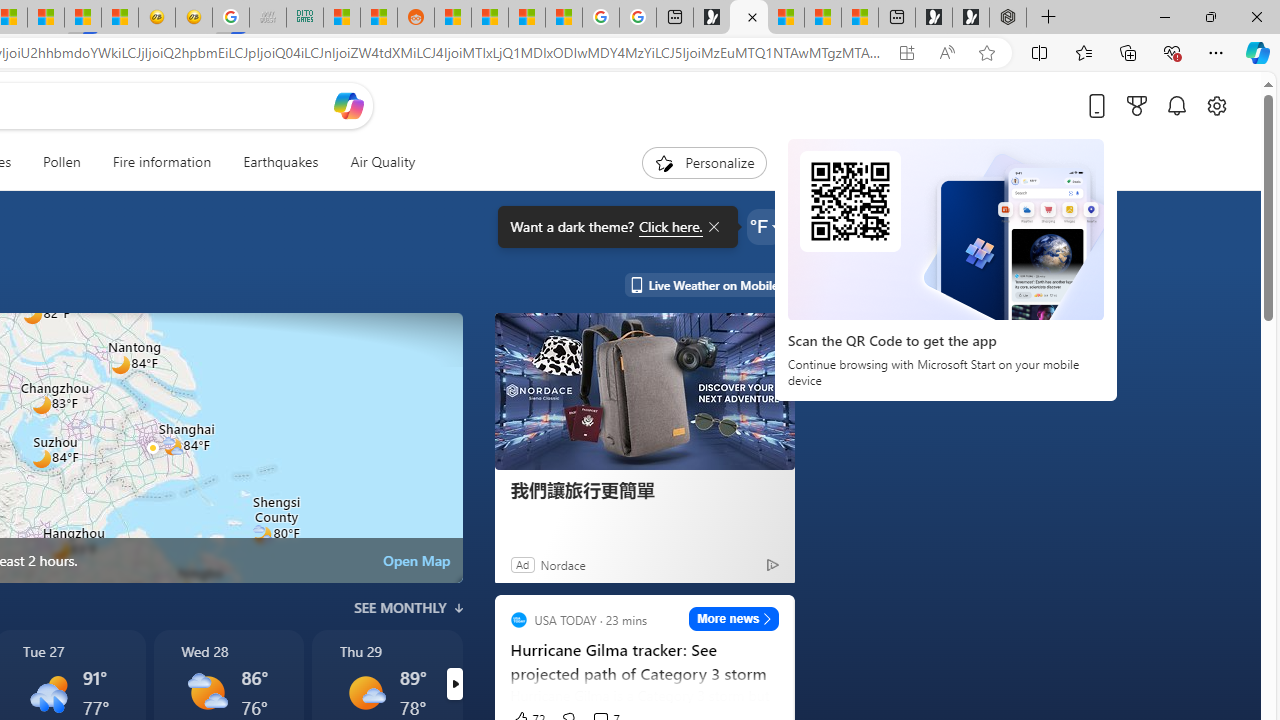 The image size is (1280, 720). I want to click on 'Earthquakes', so click(279, 162).